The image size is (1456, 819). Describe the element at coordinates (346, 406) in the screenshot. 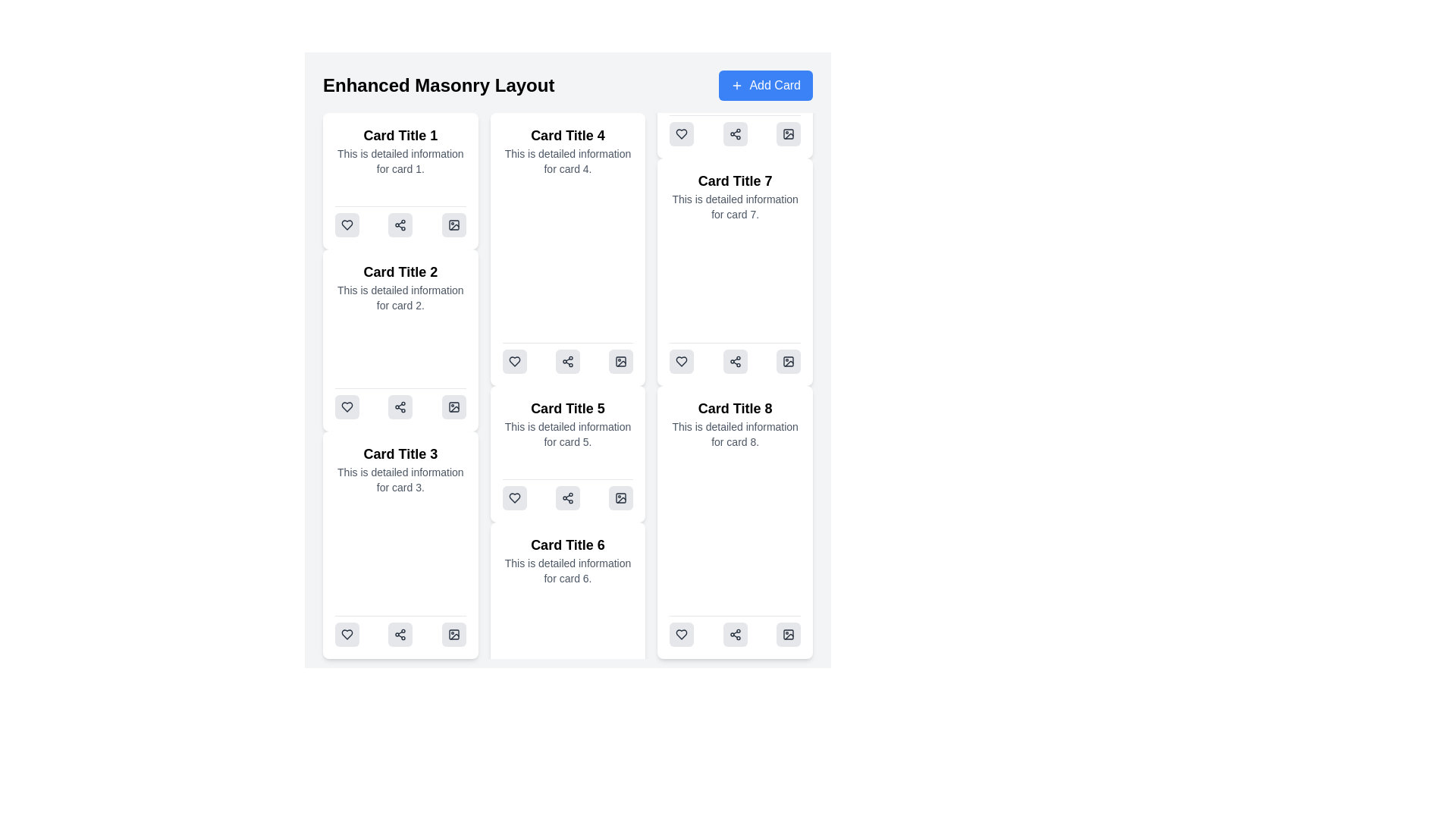

I see `the heart icon button in the row of interactive buttons at the bottom of 'Card Title 2'` at that location.